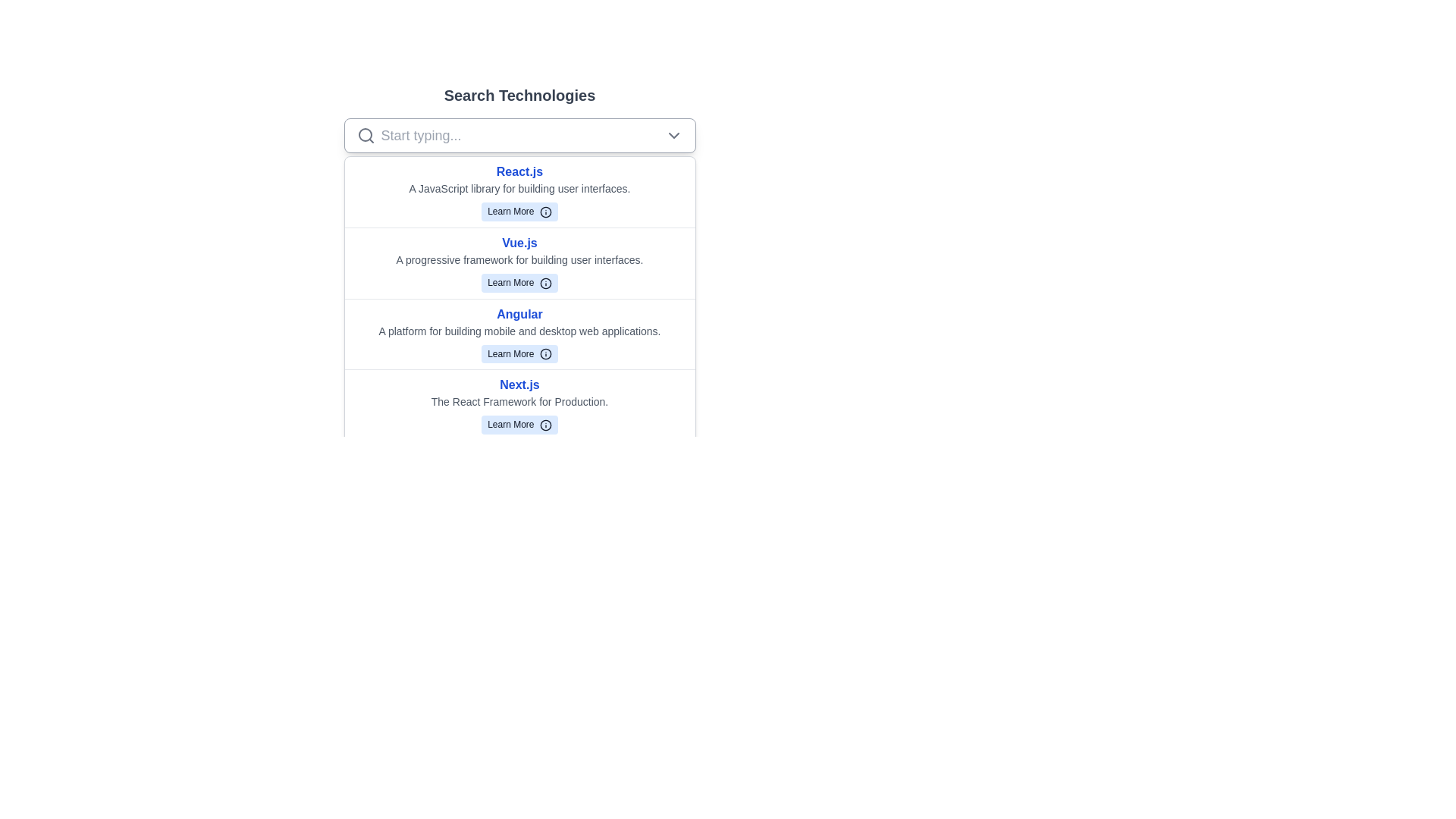 The height and width of the screenshot is (819, 1456). Describe the element at coordinates (545, 212) in the screenshot. I see `the SVG Circle element that represents the outer circle of an icon located to the right of the 'Learn More' text for Vue.js in the 'Search Technologies' section` at that location.